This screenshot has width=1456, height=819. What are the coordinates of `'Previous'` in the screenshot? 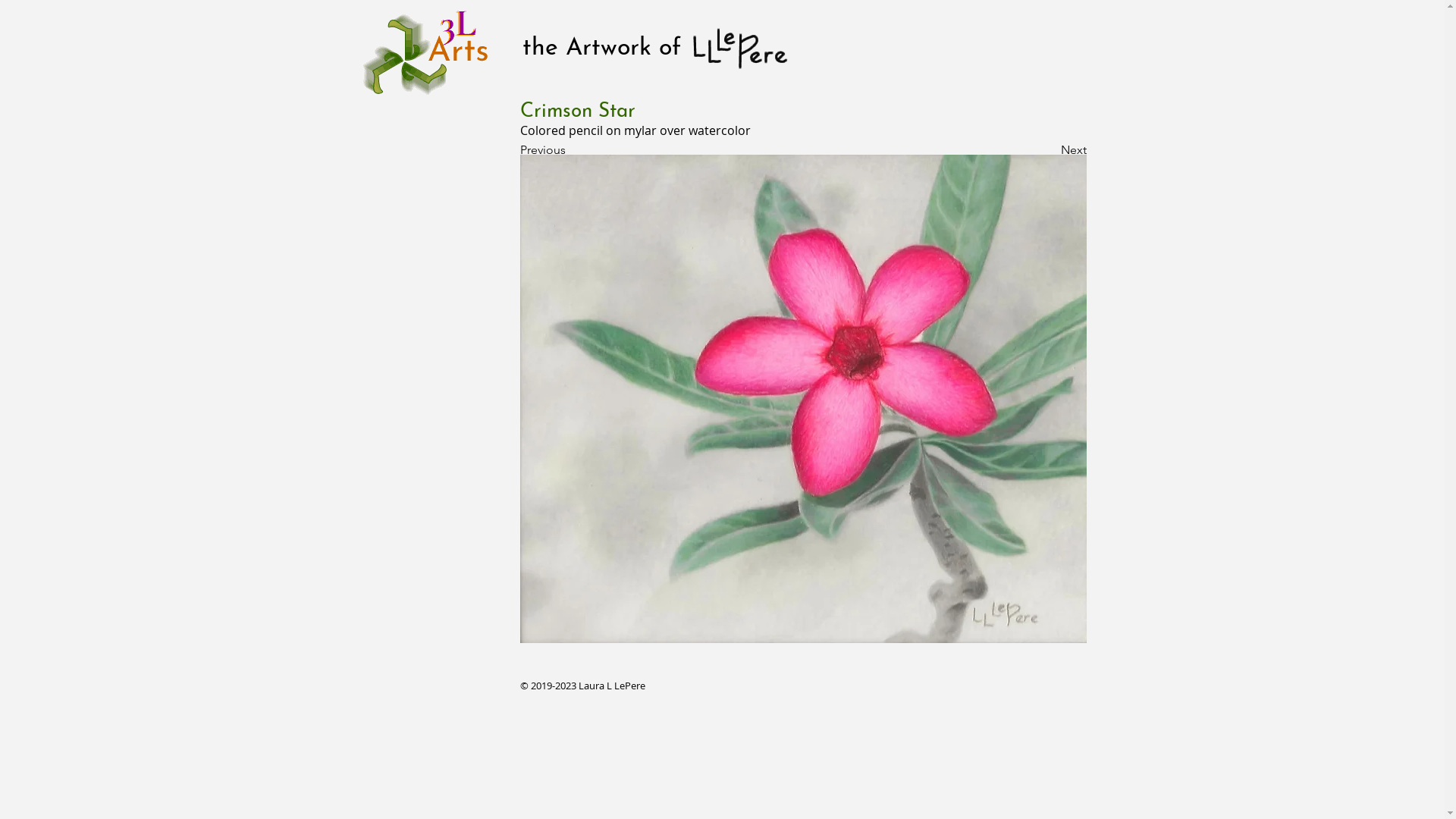 It's located at (570, 149).